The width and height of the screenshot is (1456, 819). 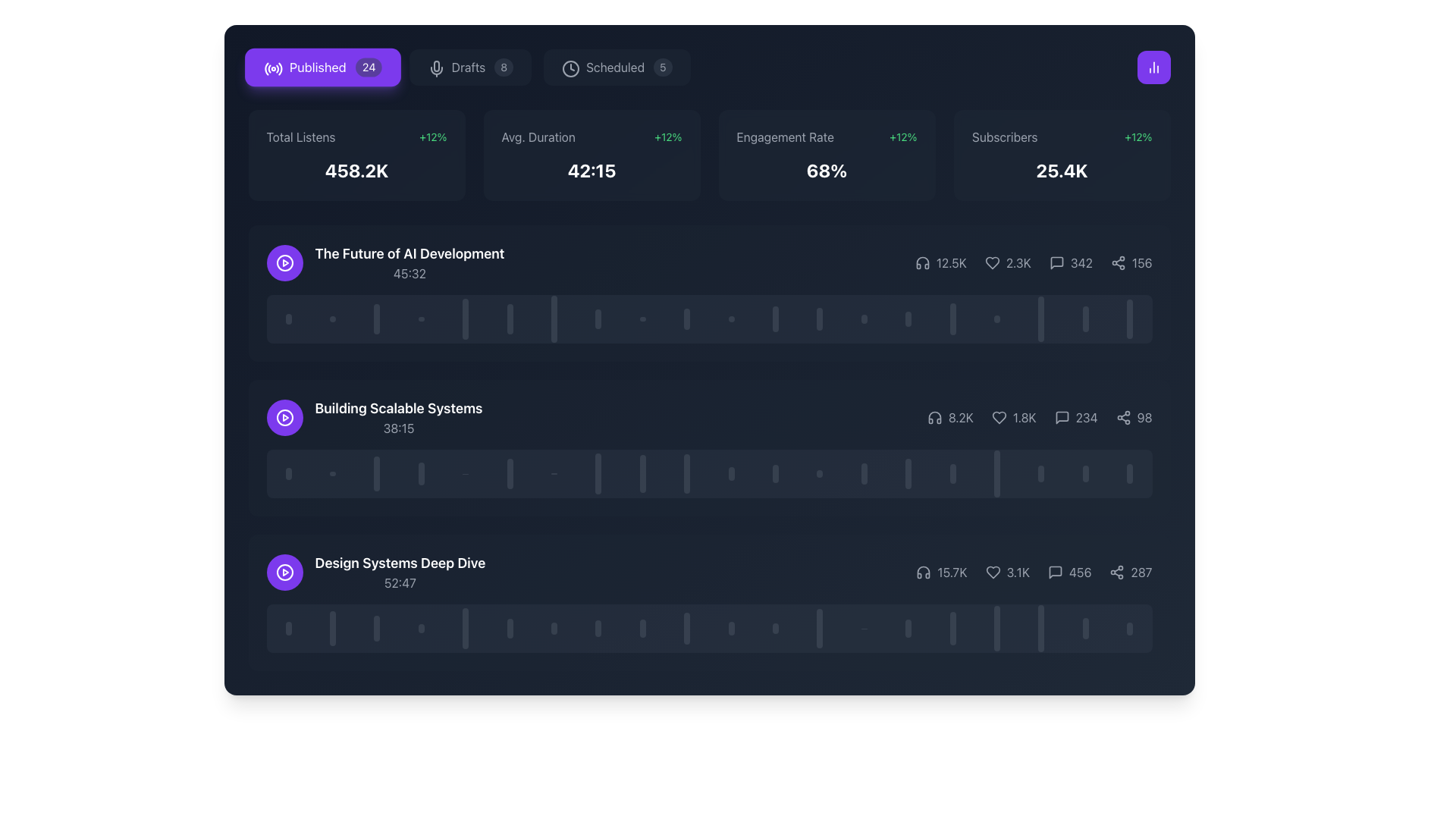 What do you see at coordinates (934, 418) in the screenshot?
I see `the audio-related icon located in the second row, aligned to the left of the text '8.2K'` at bounding box center [934, 418].